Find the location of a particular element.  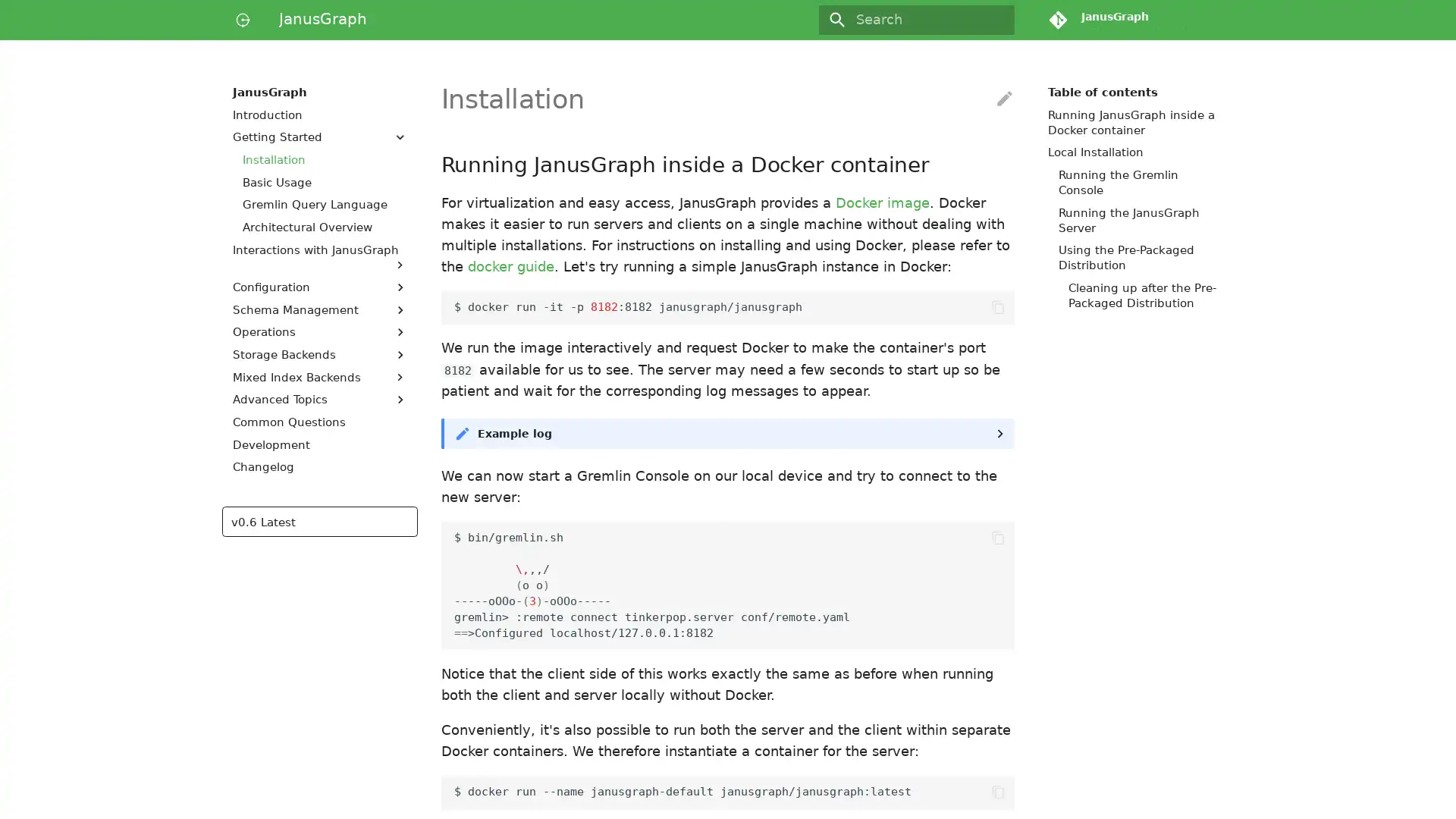

Copy to clipboard is located at coordinates (997, 307).